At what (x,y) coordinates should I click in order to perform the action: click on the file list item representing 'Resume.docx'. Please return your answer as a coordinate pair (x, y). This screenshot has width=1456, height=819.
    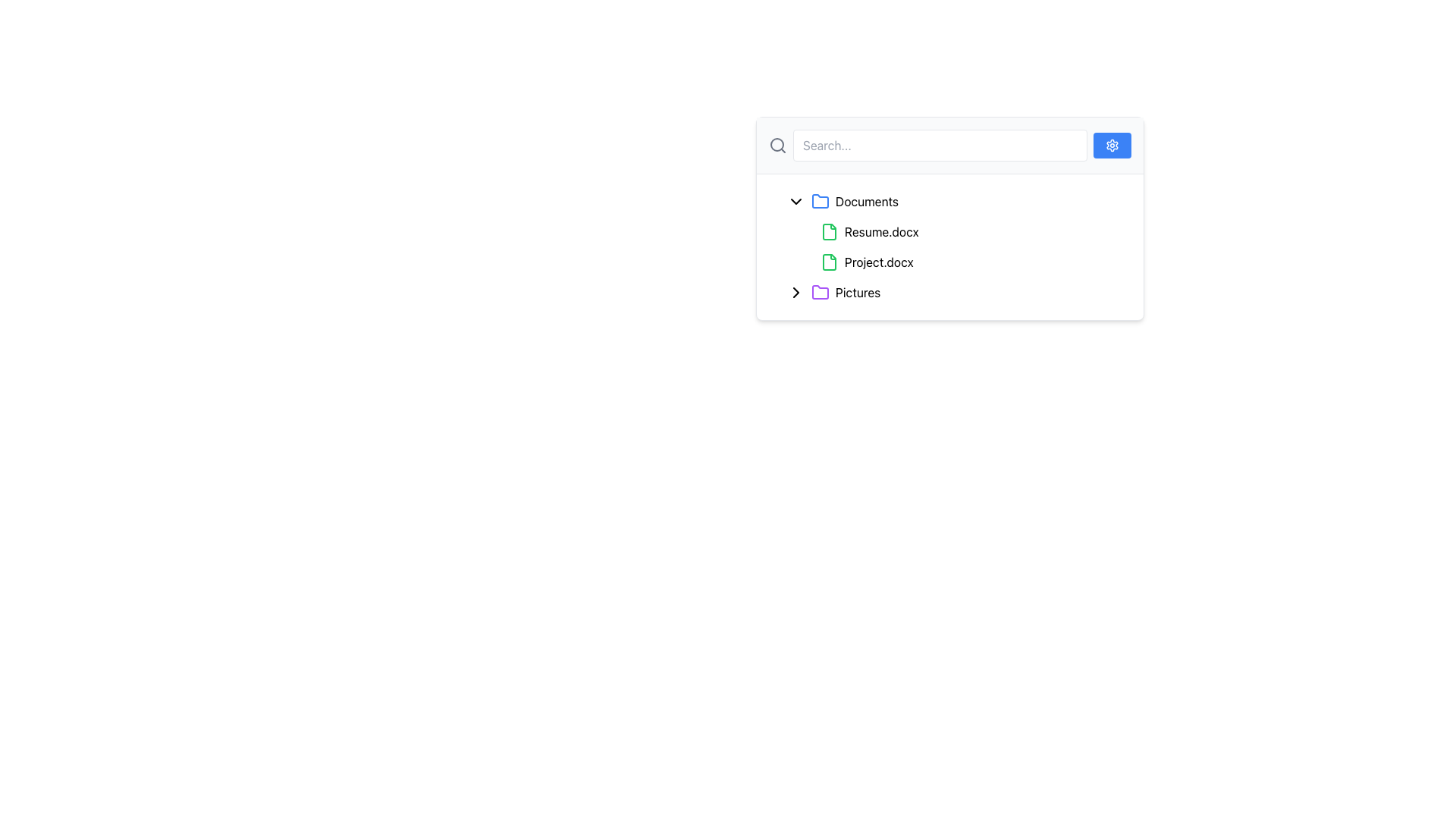
    Looking at the image, I should click on (955, 231).